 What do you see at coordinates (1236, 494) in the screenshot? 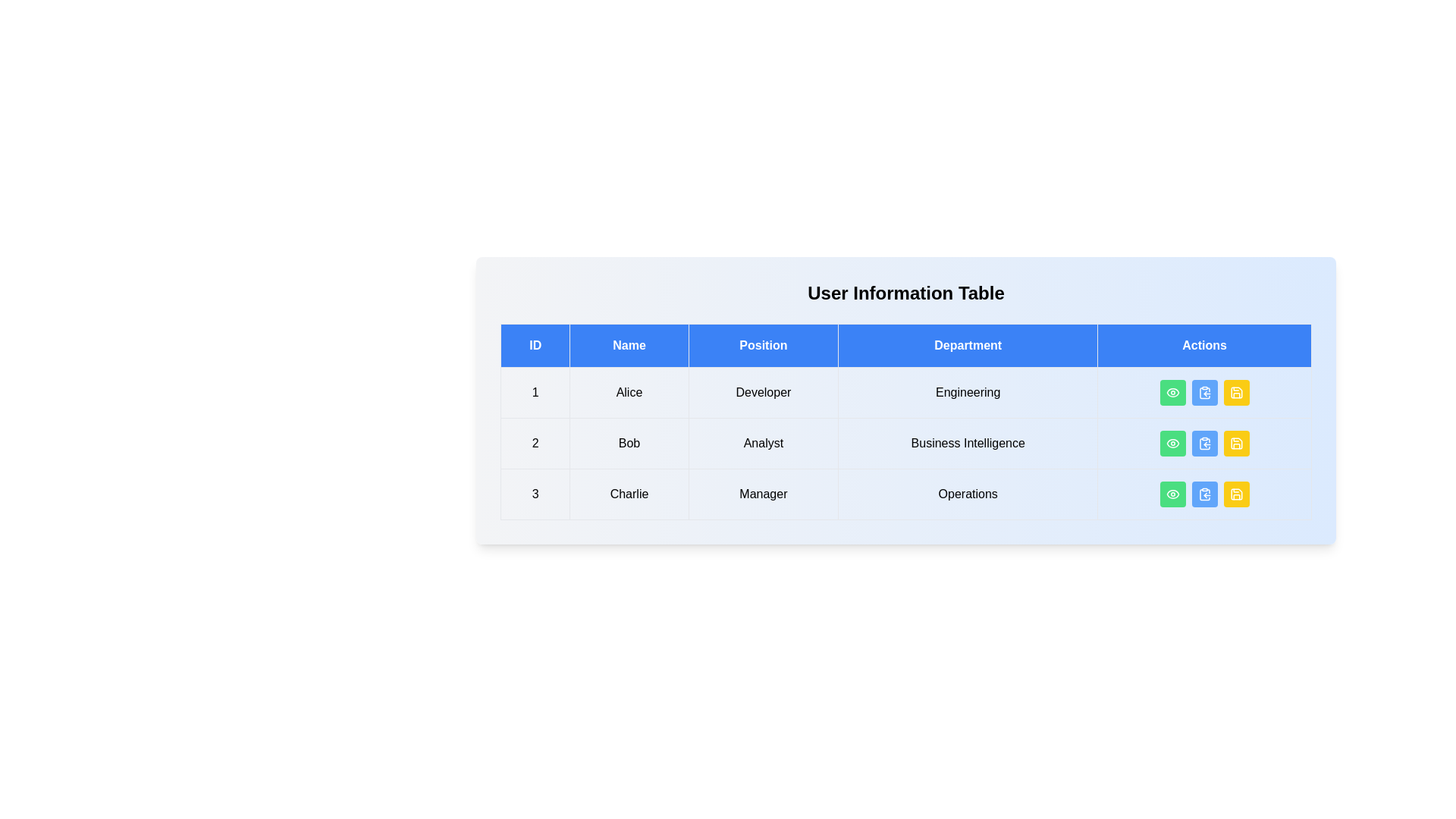
I see `the save button for the user with ID 3` at bounding box center [1236, 494].